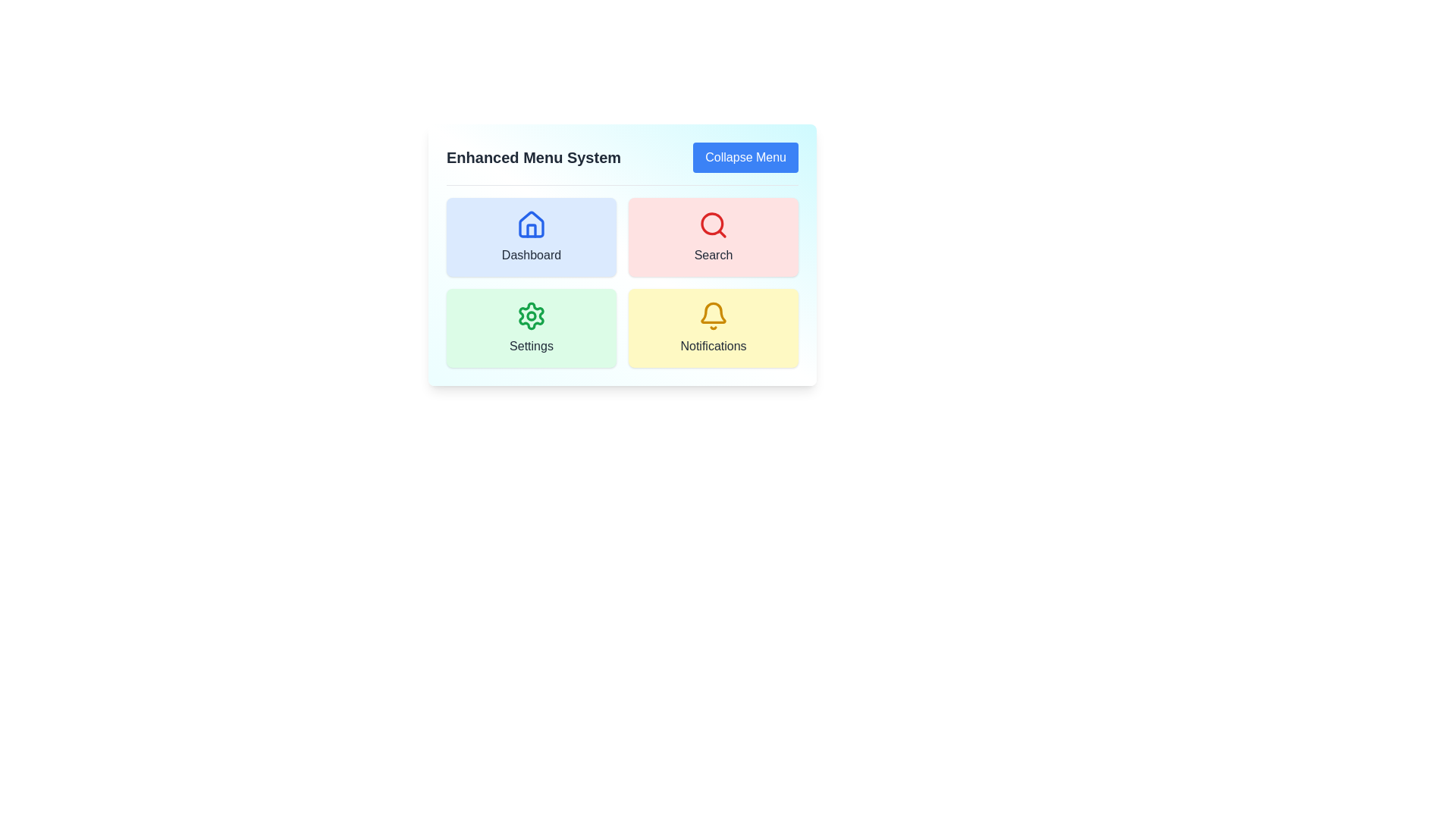 The image size is (1456, 819). What do you see at coordinates (531, 315) in the screenshot?
I see `the settings gear icon located inside the green rectangular button labeled 'Settings' in the lower-left quadrant of the interface` at bounding box center [531, 315].